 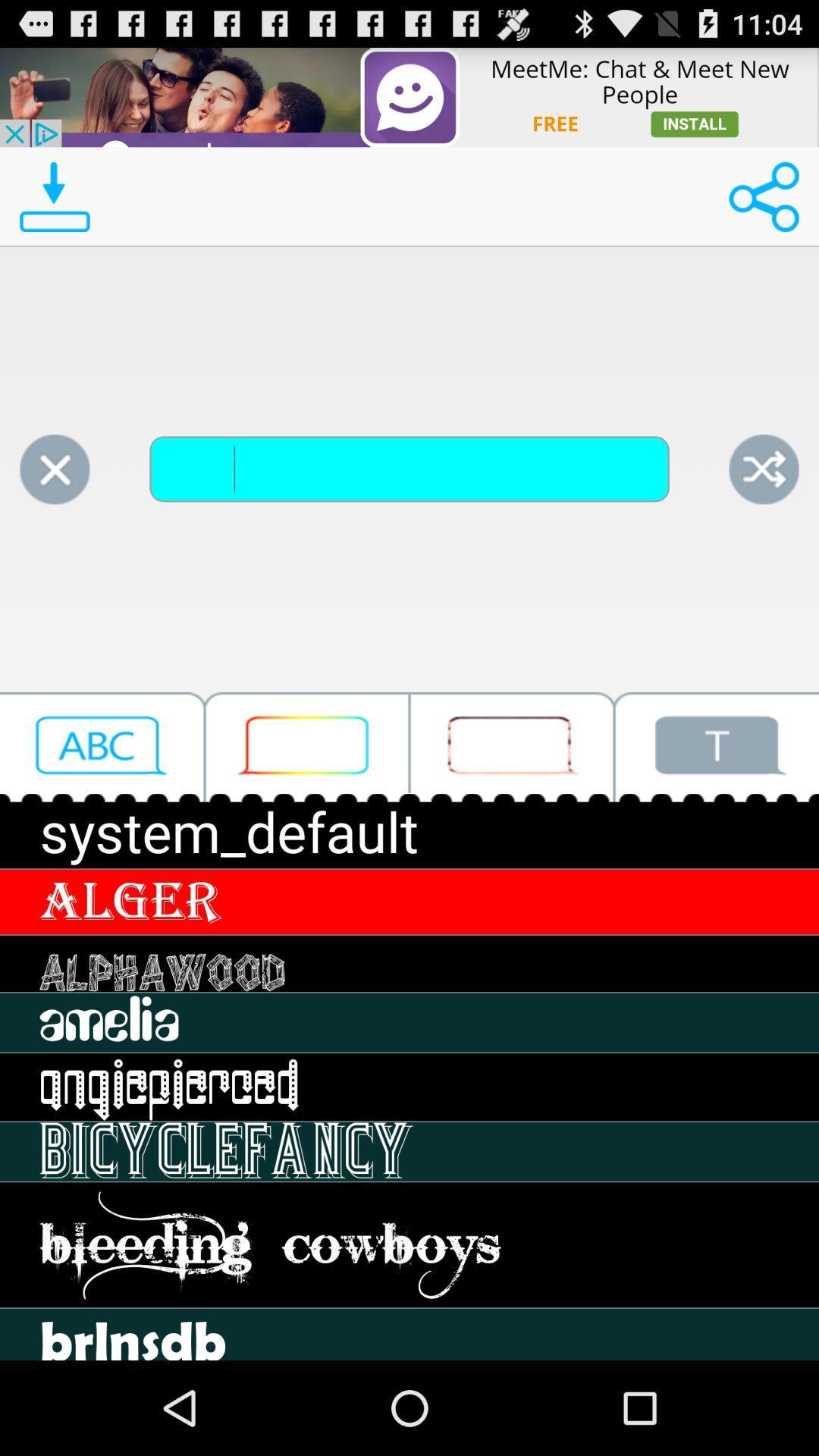 I want to click on share the page, so click(x=764, y=469).